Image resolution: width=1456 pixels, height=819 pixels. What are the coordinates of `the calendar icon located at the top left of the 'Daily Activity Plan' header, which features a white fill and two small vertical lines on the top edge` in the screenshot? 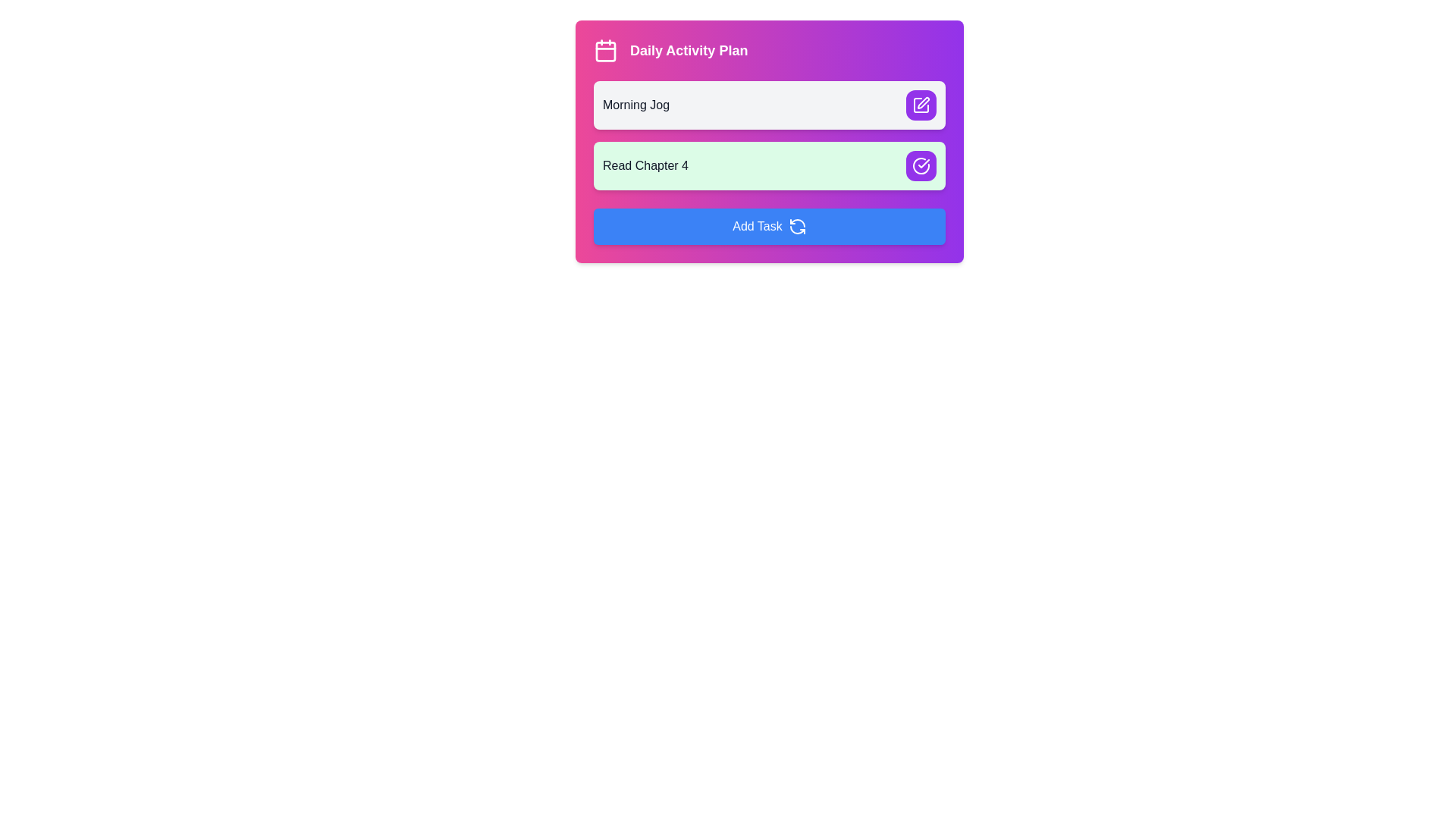 It's located at (604, 49).